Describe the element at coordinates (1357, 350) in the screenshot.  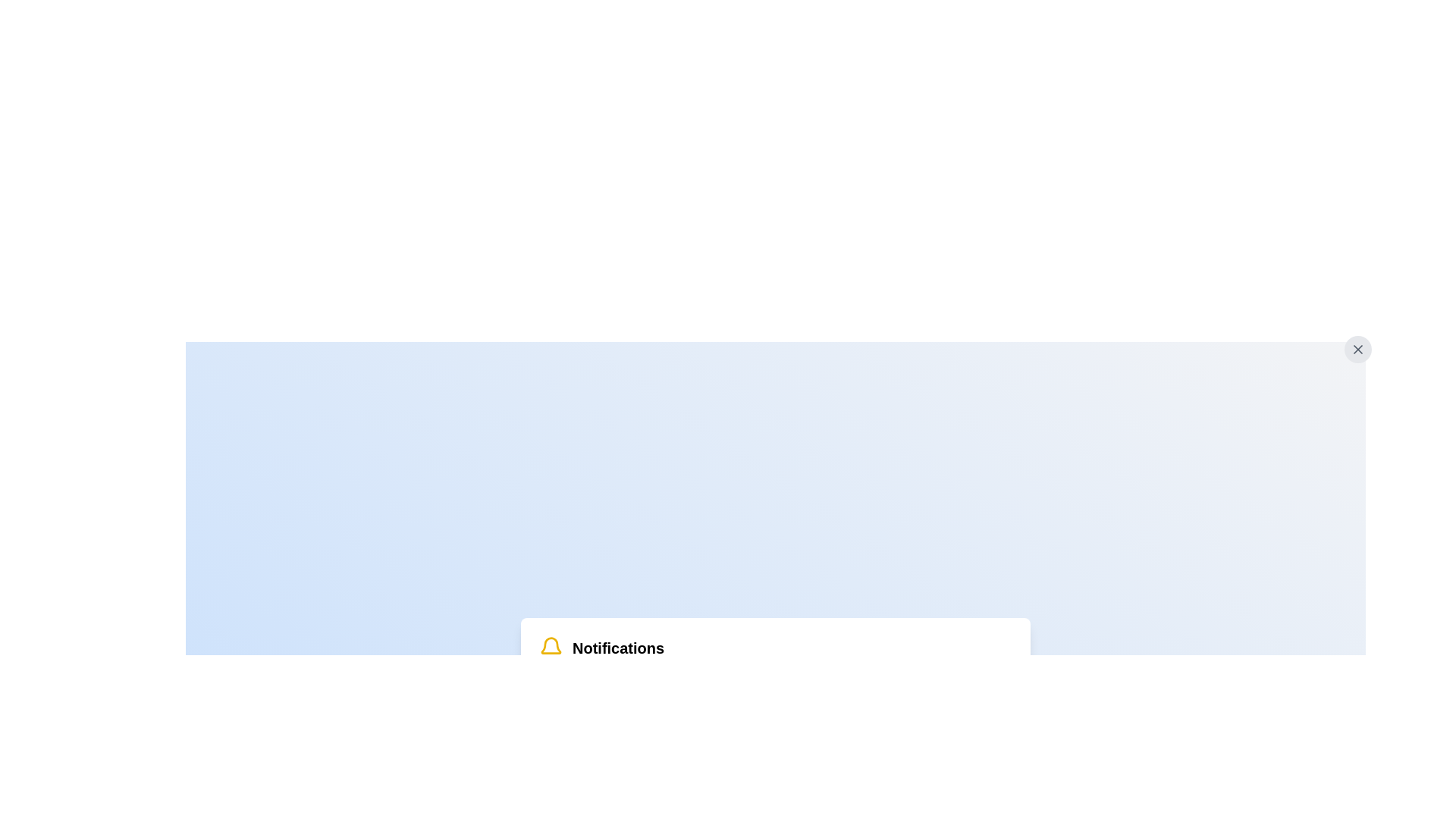
I see `the circular close button with a light gray background and a darker gray 'X' icon, located in the top-right corner of the notification card` at that location.